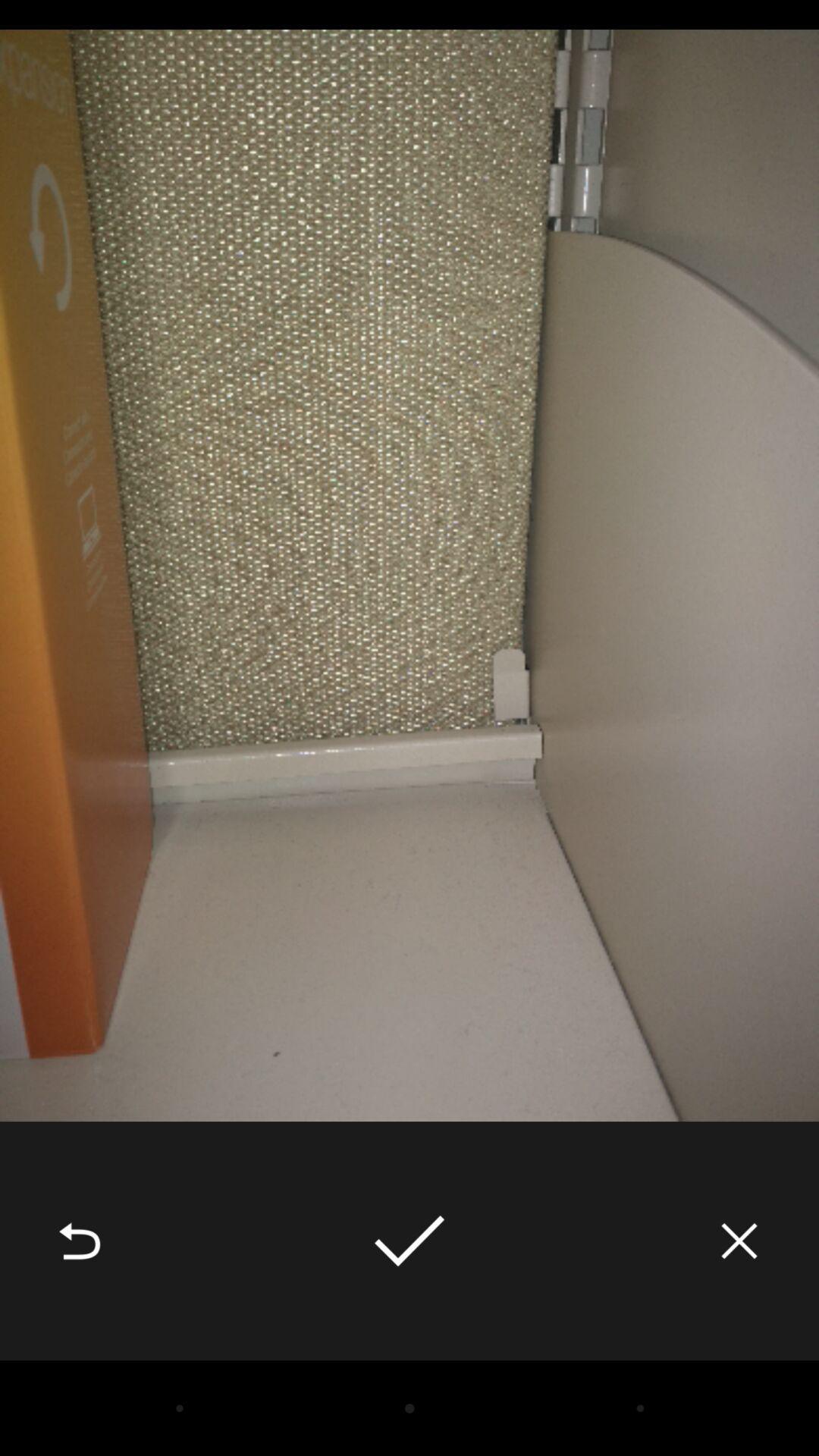 The height and width of the screenshot is (1456, 819). I want to click on icon at the bottom left corner, so click(79, 1241).